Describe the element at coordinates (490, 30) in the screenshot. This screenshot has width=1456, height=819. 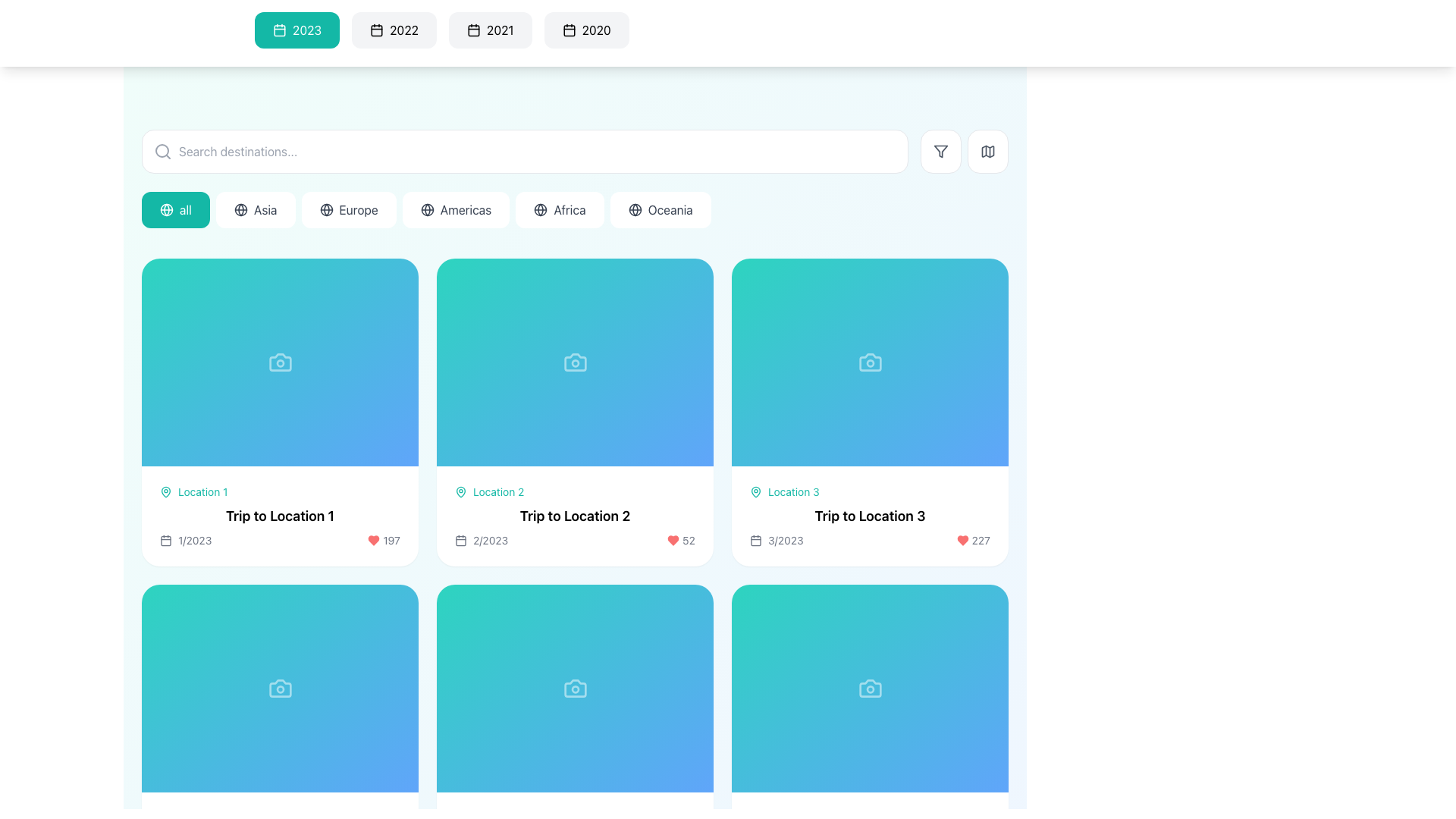
I see `the button with the calendar icon and the text '2021'` at that location.